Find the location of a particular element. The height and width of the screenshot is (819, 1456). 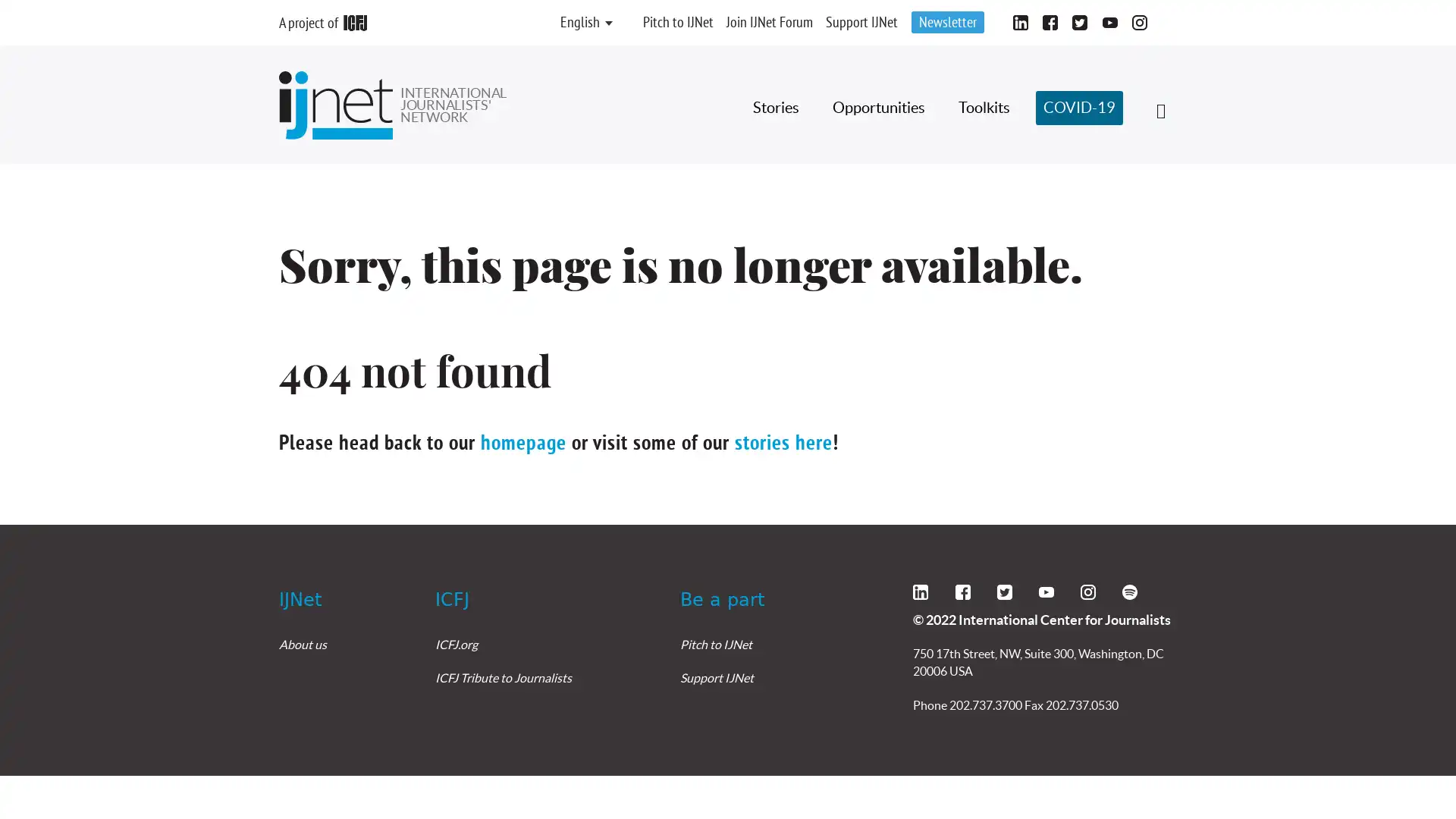

English is located at coordinates (579, 23).